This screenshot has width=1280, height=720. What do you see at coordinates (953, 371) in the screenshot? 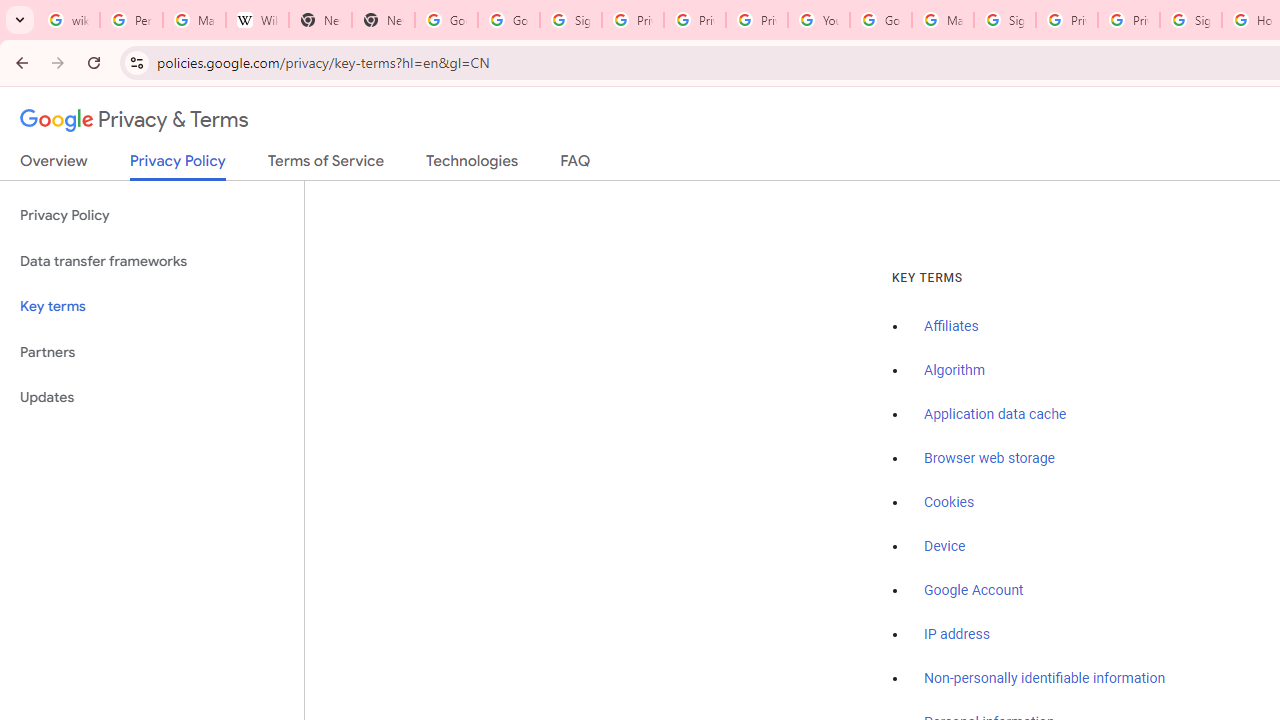
I see `'Algorithm'` at bounding box center [953, 371].